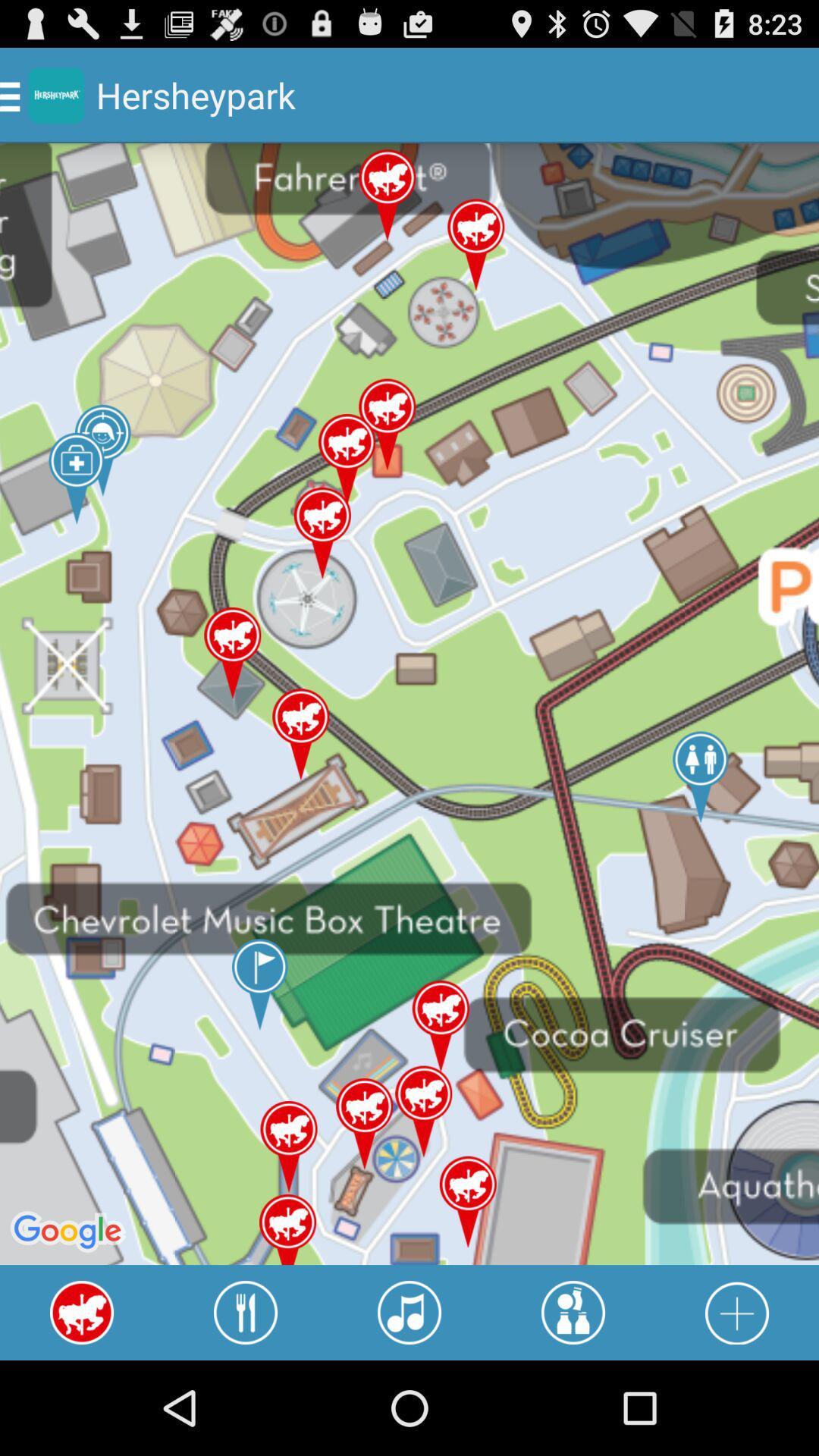 This screenshot has height=1456, width=819. I want to click on music concerts, so click(409, 1312).